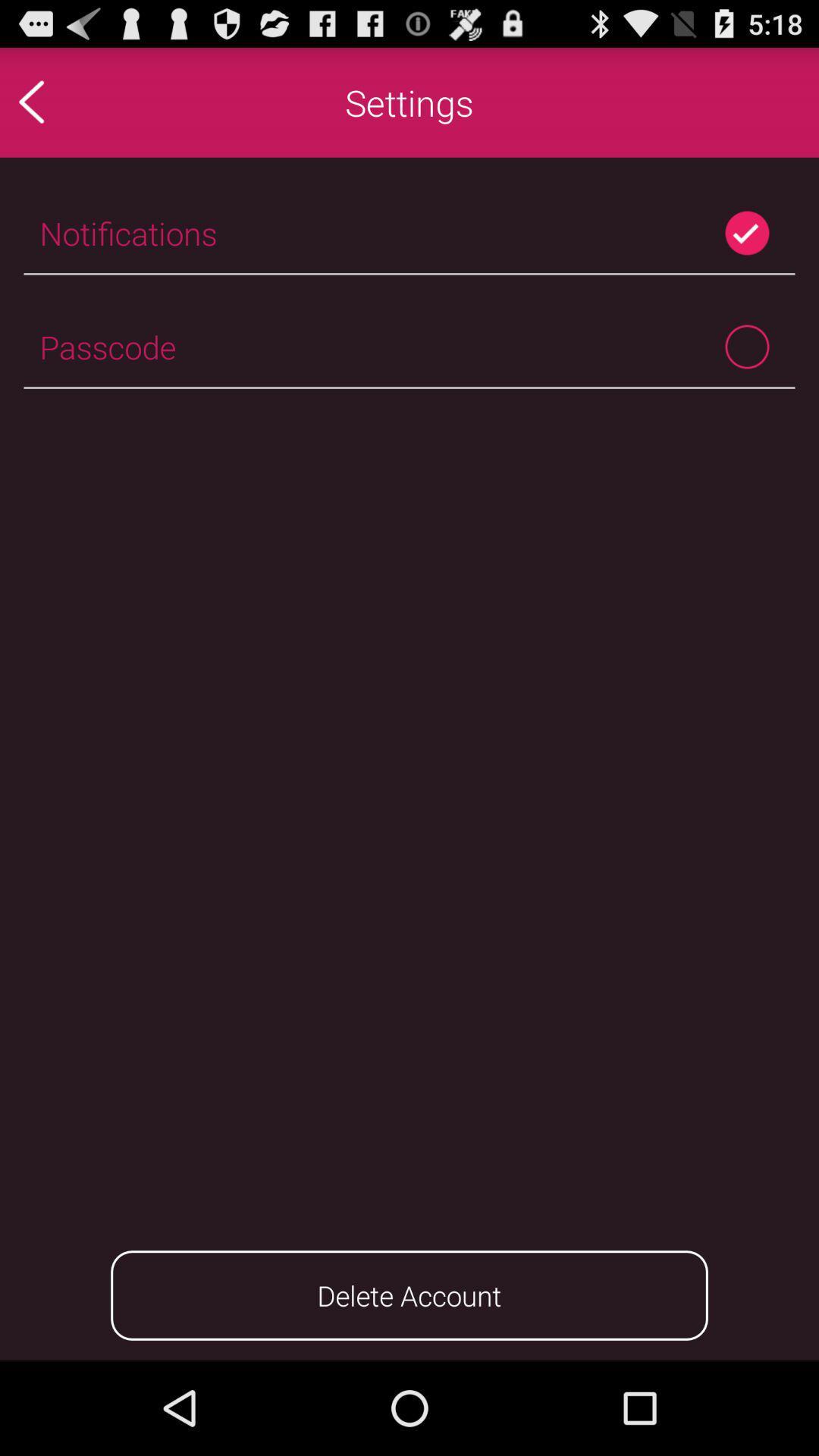 The height and width of the screenshot is (1456, 819). What do you see at coordinates (63, 101) in the screenshot?
I see `the item above the notifications app` at bounding box center [63, 101].